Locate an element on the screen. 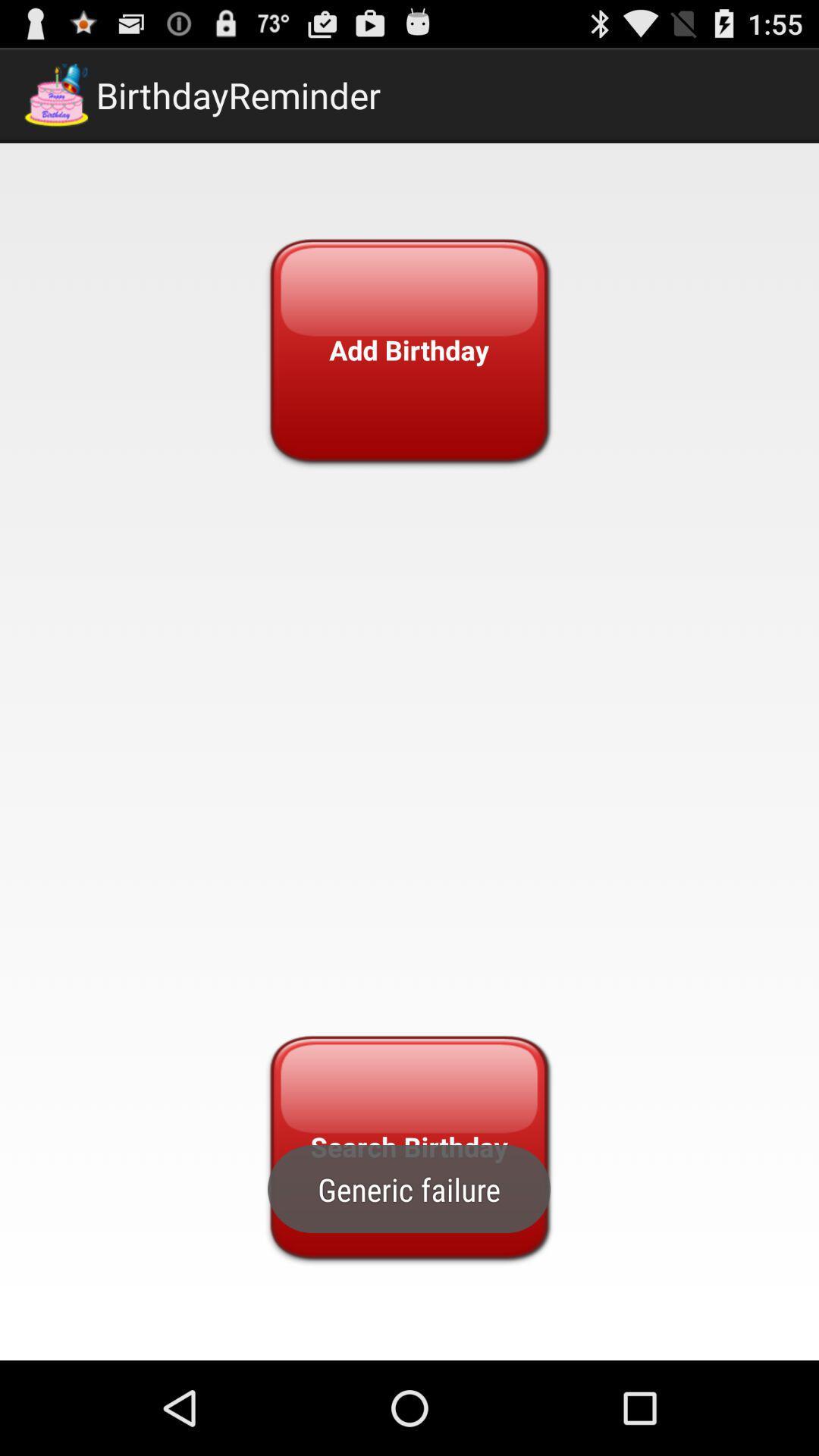 The width and height of the screenshot is (819, 1456). add birthday button is located at coordinates (408, 349).